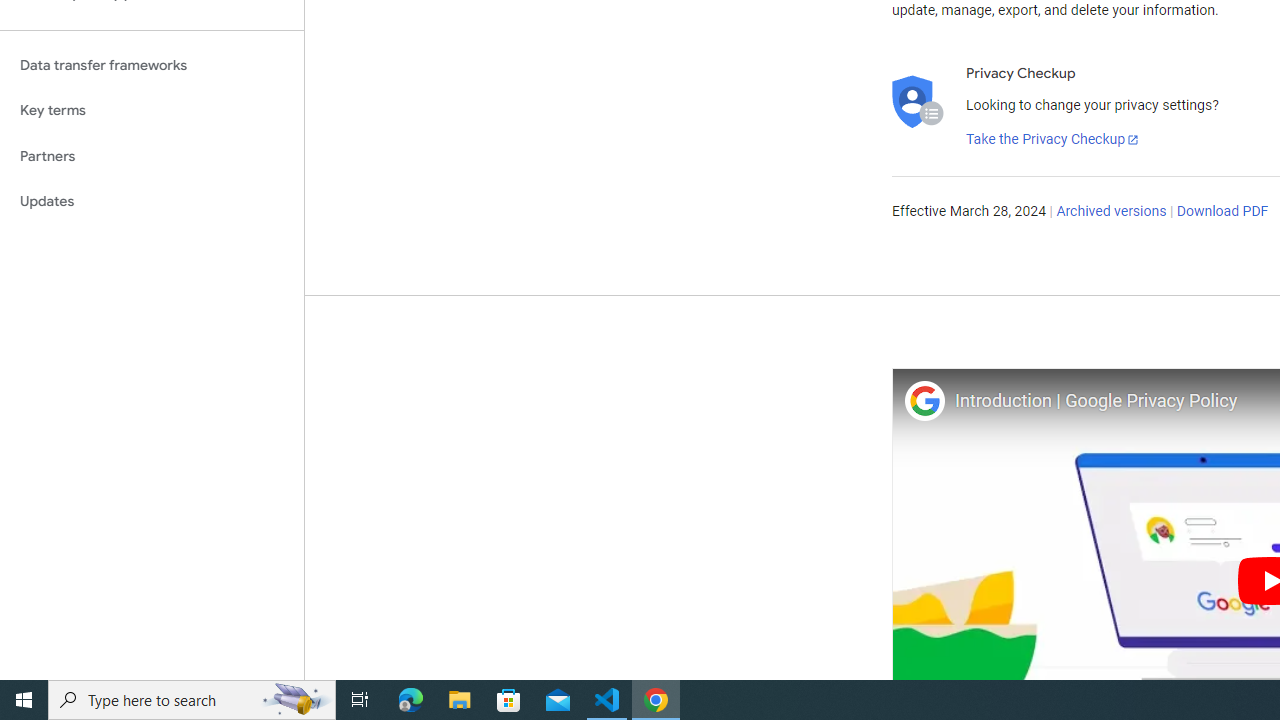 The width and height of the screenshot is (1280, 720). What do you see at coordinates (151, 155) in the screenshot?
I see `'Partners'` at bounding box center [151, 155].